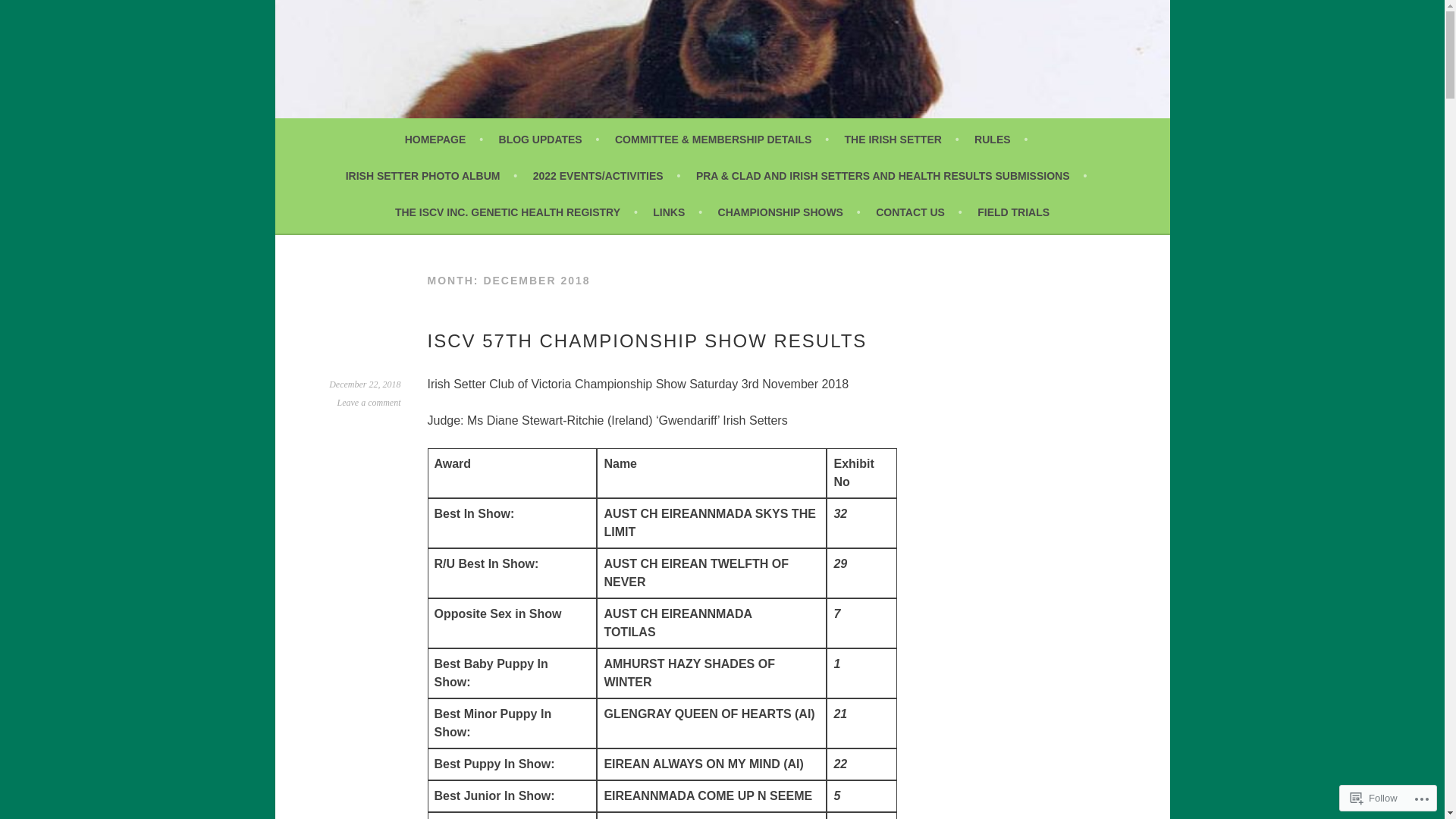 The width and height of the screenshot is (1456, 819). Describe the element at coordinates (364, 383) in the screenshot. I see `'December 22, 2018'` at that location.